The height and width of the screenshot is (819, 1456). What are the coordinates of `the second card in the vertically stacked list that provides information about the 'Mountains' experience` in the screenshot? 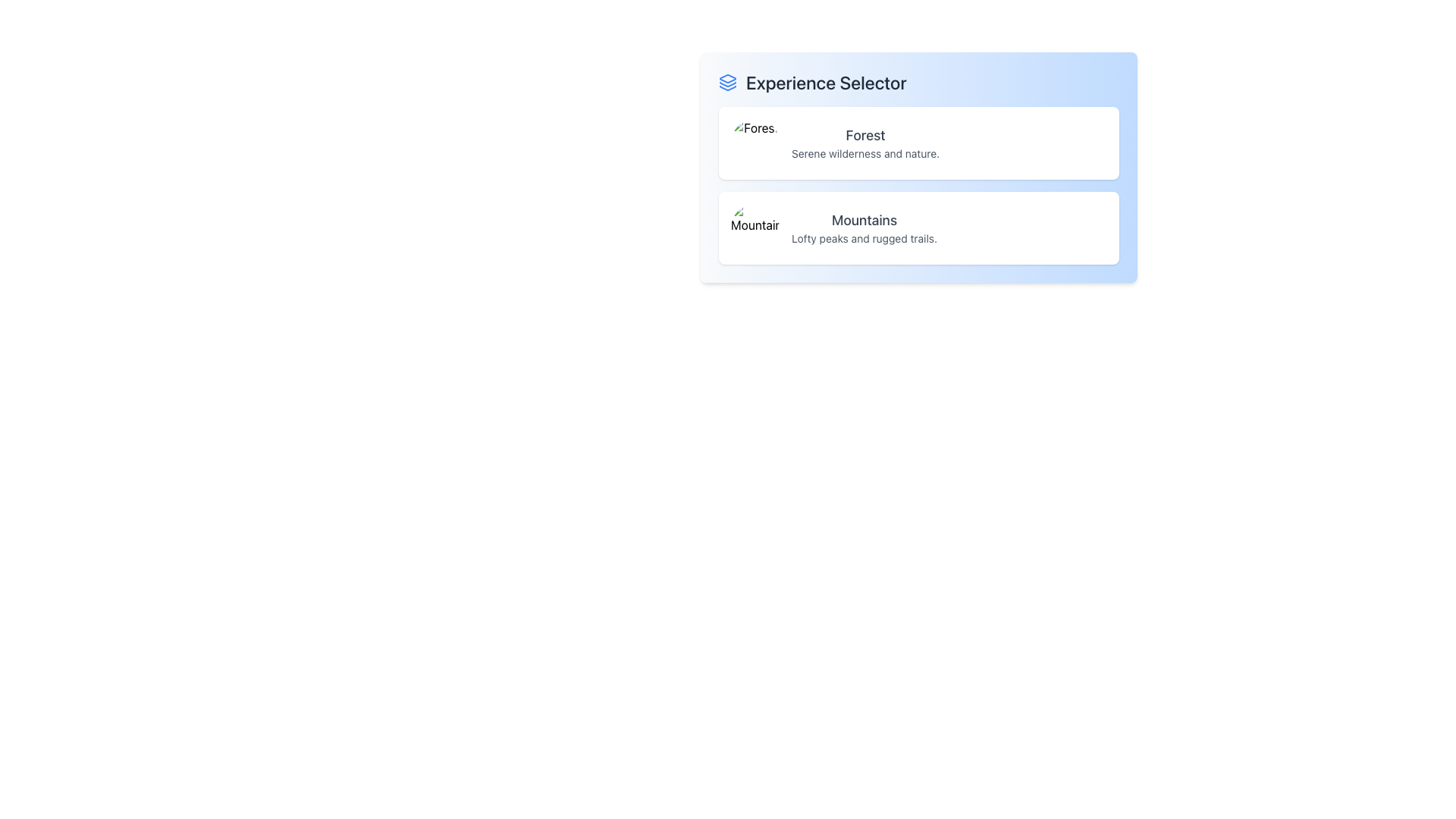 It's located at (918, 227).